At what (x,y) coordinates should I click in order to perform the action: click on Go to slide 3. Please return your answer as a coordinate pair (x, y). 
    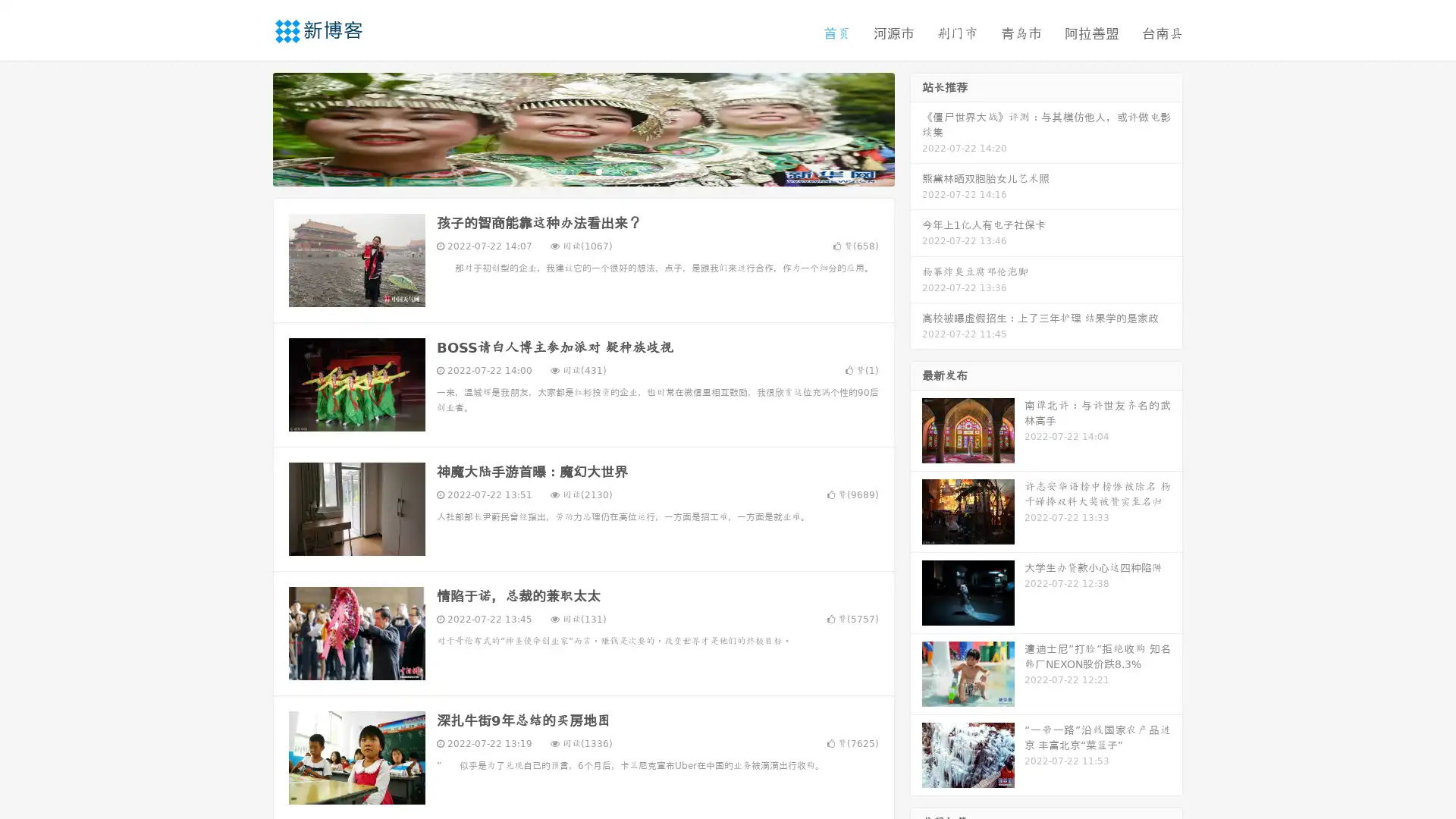
    Looking at the image, I should click on (598, 171).